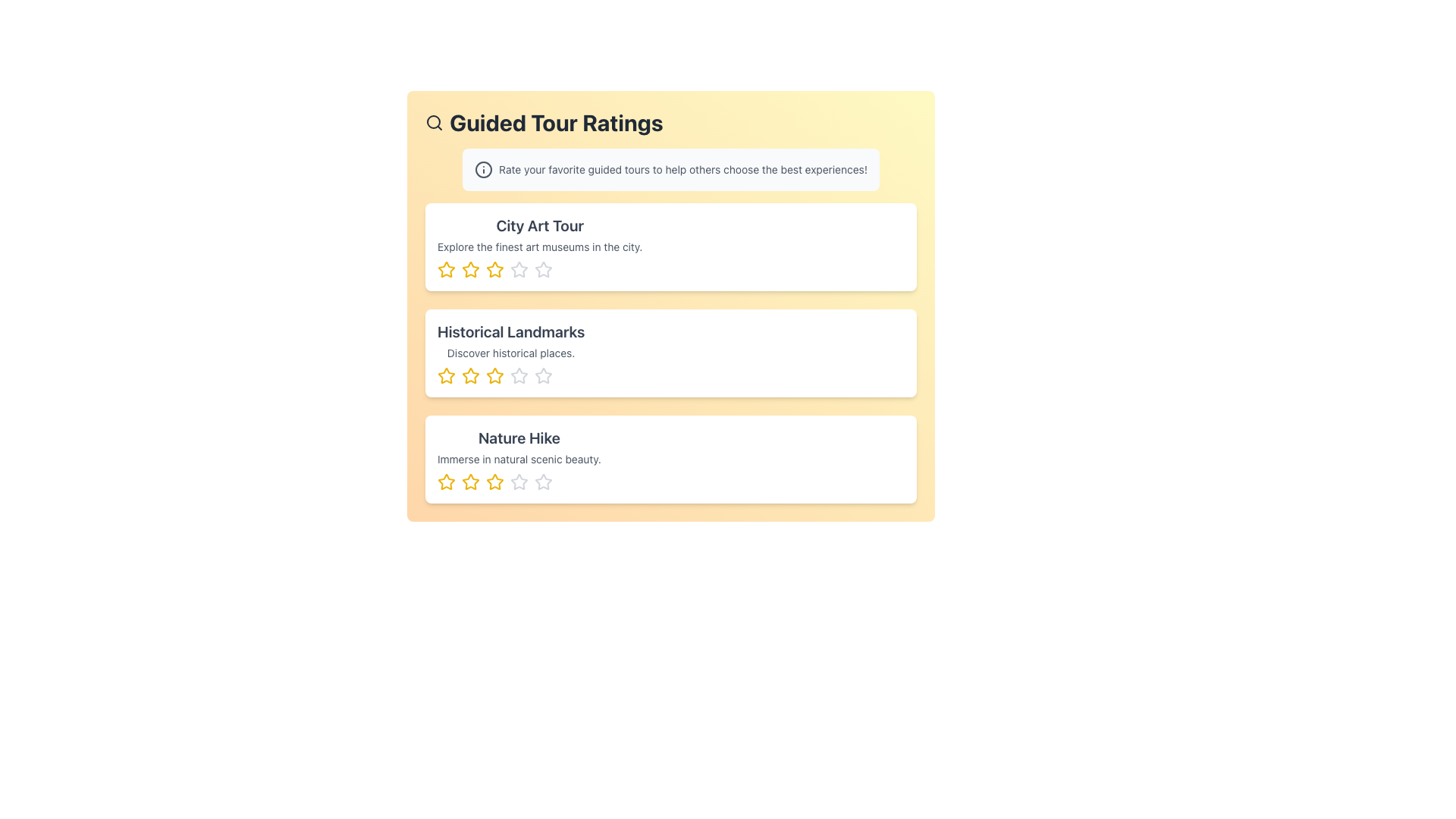 The width and height of the screenshot is (1456, 819). I want to click on the fourth star in the rating system for the 'City Art Tour', so click(519, 268).